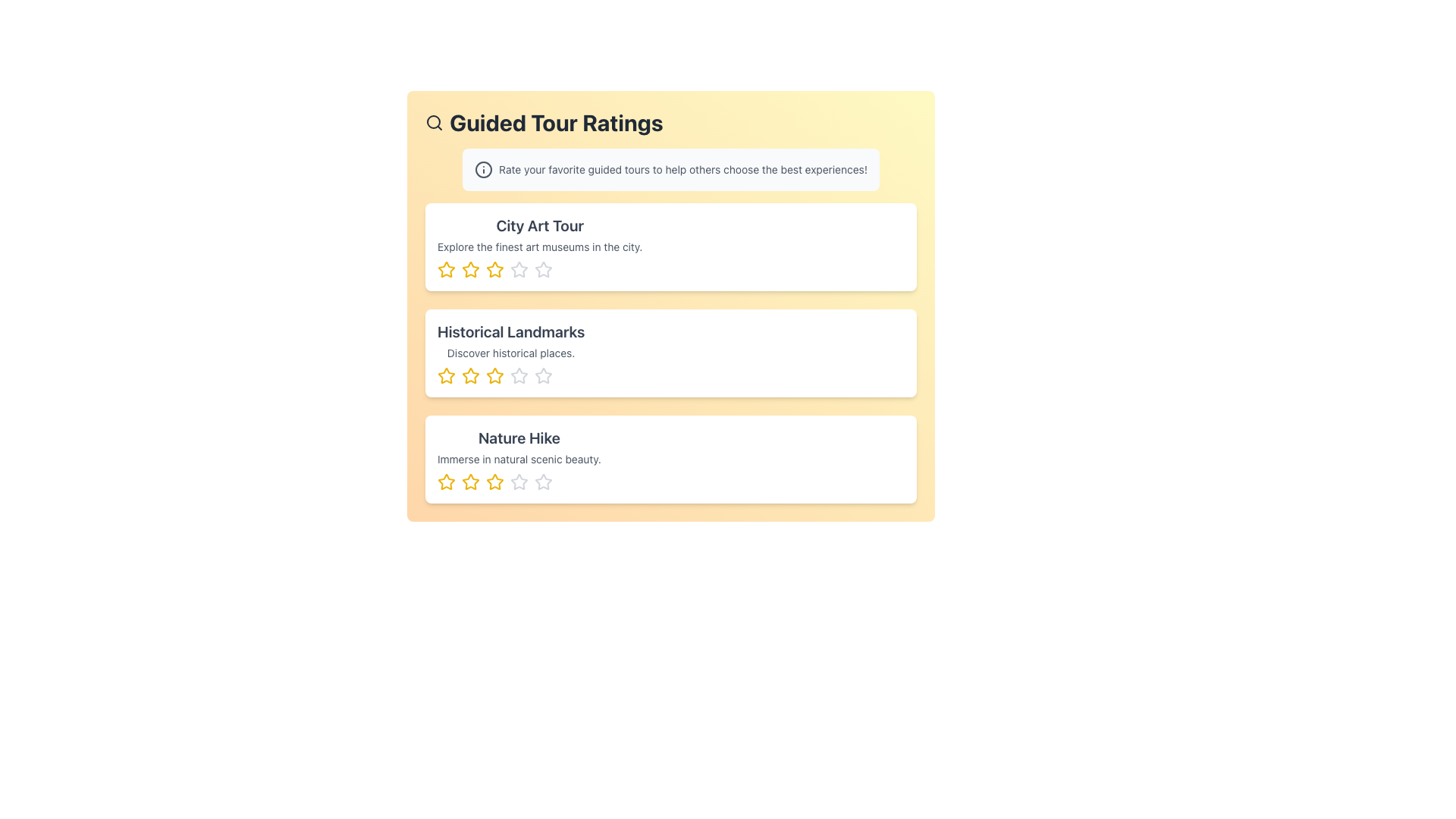 The width and height of the screenshot is (1456, 819). I want to click on the fourth star in the rating system for the 'City Art Tour', so click(519, 268).